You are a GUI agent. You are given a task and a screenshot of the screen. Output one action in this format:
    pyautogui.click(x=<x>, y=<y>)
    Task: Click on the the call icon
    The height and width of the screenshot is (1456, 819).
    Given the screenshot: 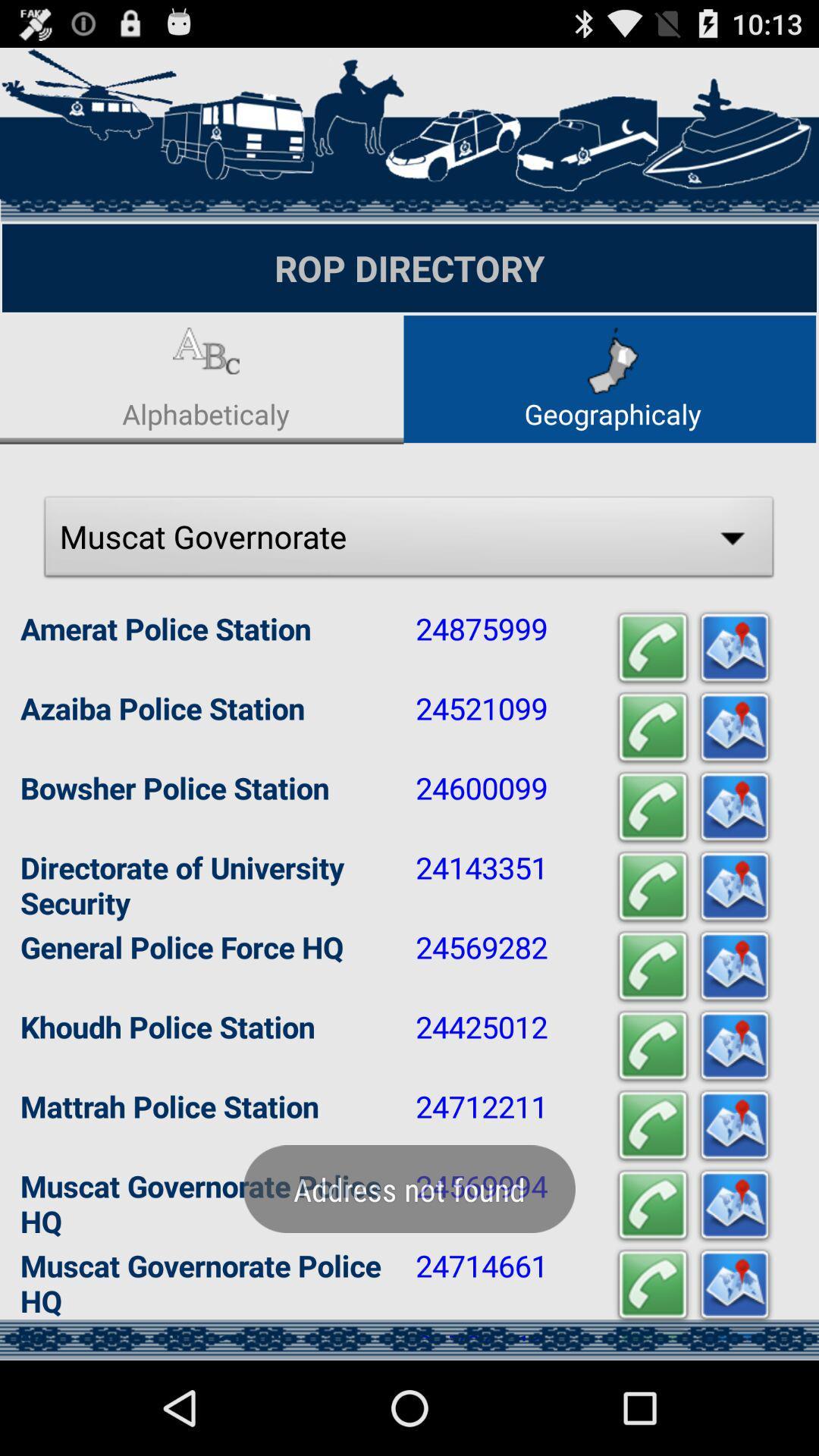 What is the action you would take?
    pyautogui.click(x=651, y=1289)
    